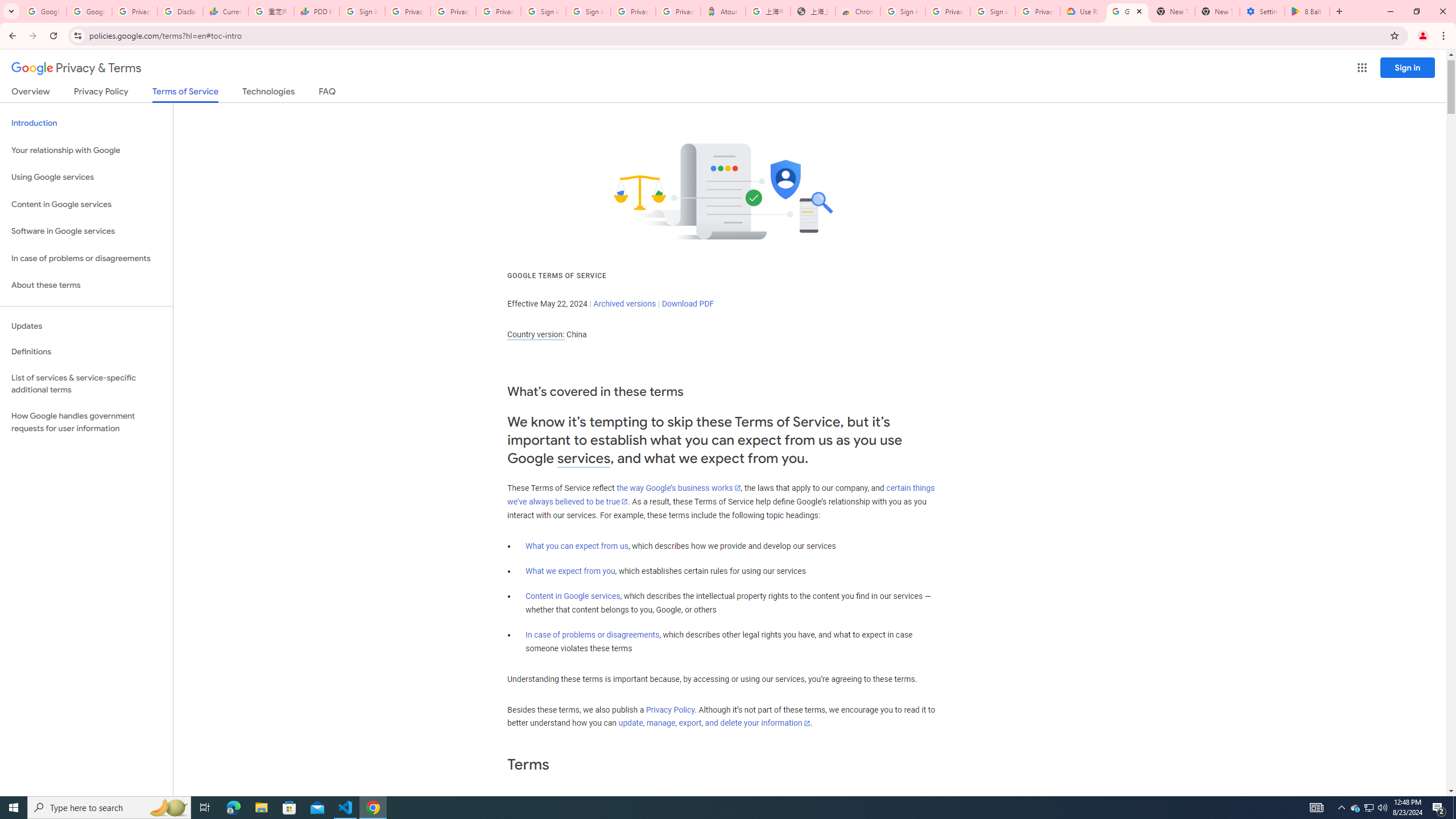 The height and width of the screenshot is (819, 1456). I want to click on 'Your relationship with Google', so click(86, 150).